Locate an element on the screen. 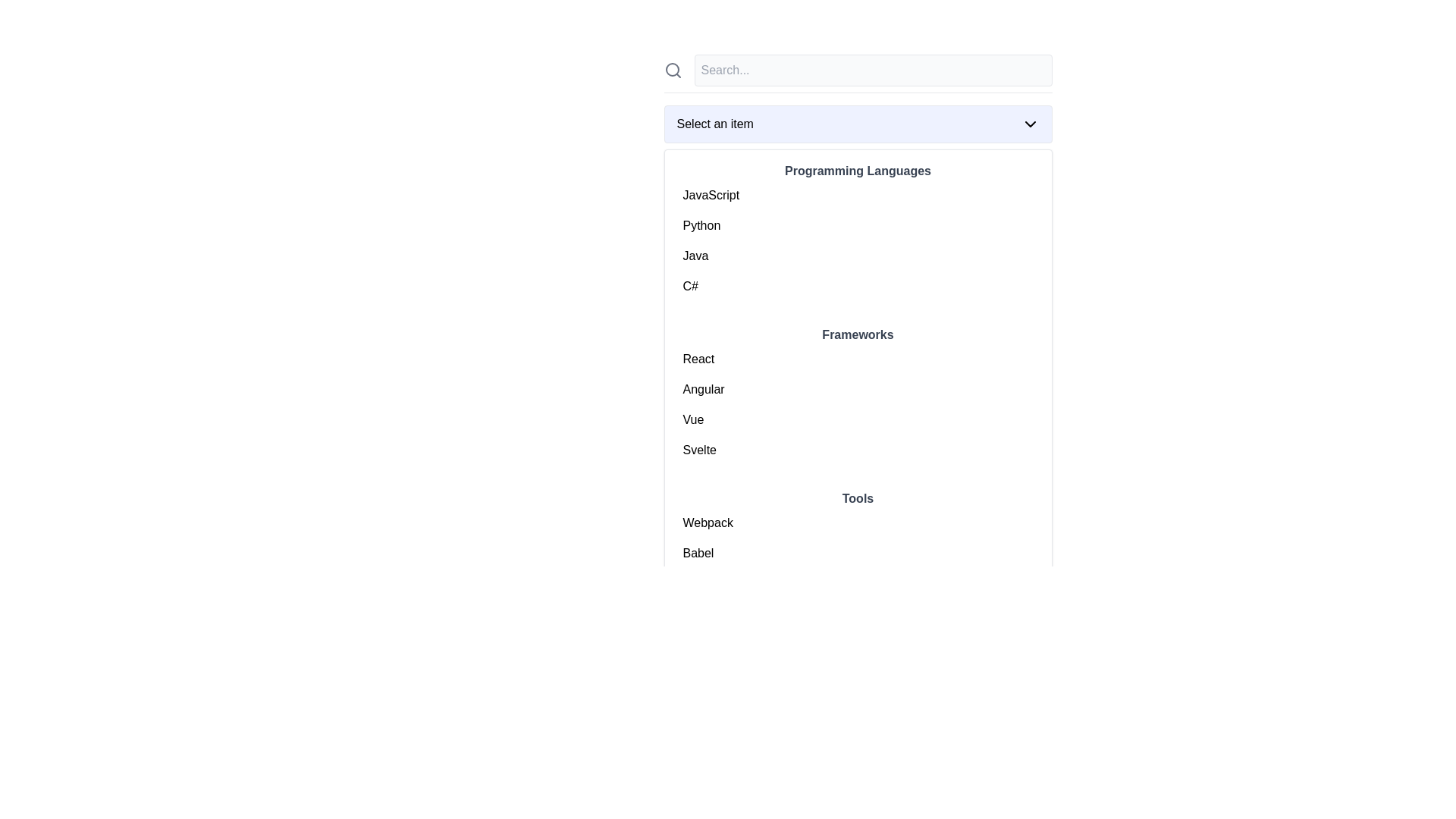  the programming languages list is located at coordinates (858, 240).